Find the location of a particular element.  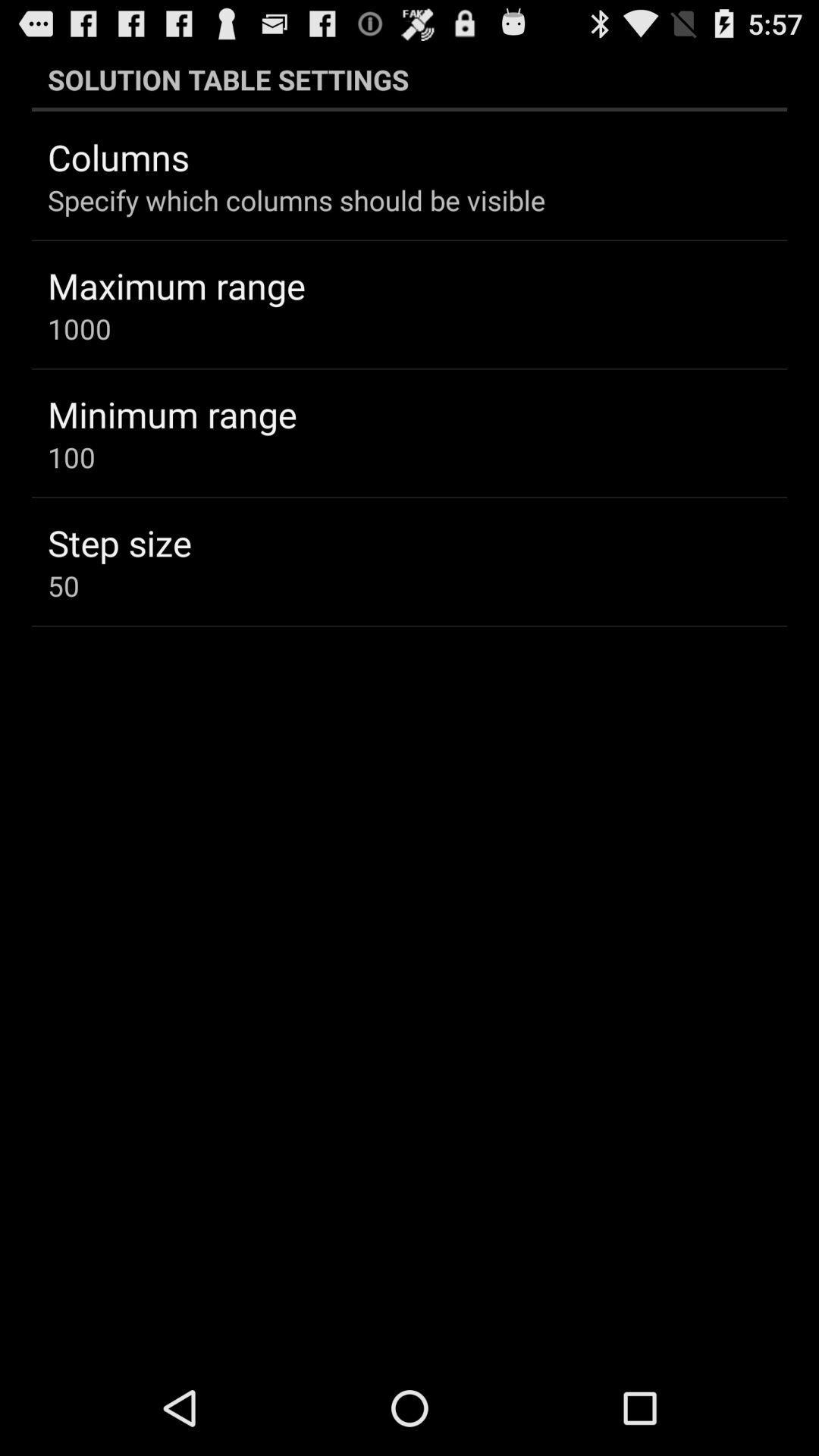

app above the step size item is located at coordinates (71, 457).